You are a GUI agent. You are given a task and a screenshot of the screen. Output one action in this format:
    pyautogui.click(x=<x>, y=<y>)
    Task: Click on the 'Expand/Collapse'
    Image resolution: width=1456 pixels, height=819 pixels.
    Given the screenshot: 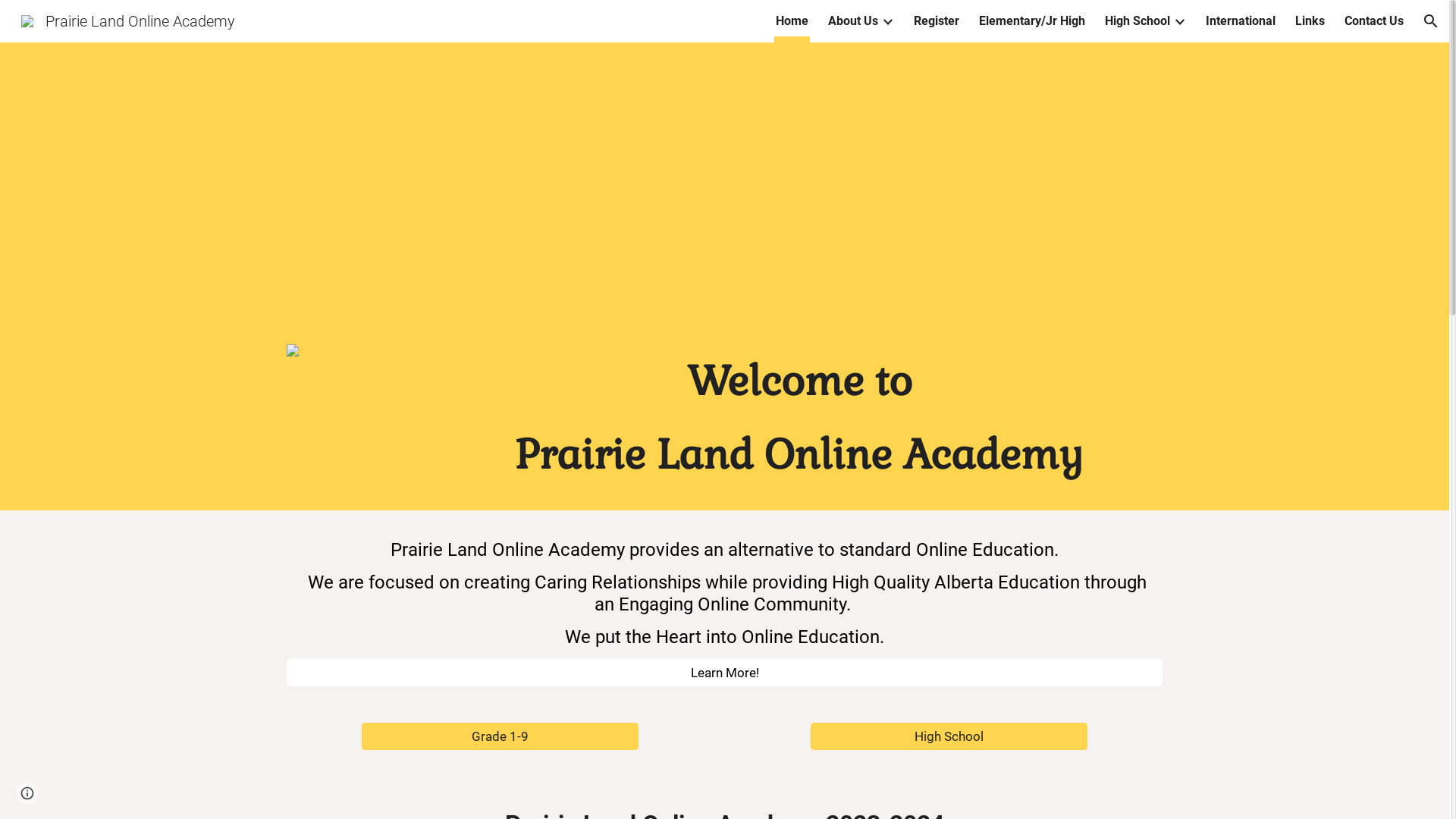 What is the action you would take?
    pyautogui.click(x=1171, y=20)
    